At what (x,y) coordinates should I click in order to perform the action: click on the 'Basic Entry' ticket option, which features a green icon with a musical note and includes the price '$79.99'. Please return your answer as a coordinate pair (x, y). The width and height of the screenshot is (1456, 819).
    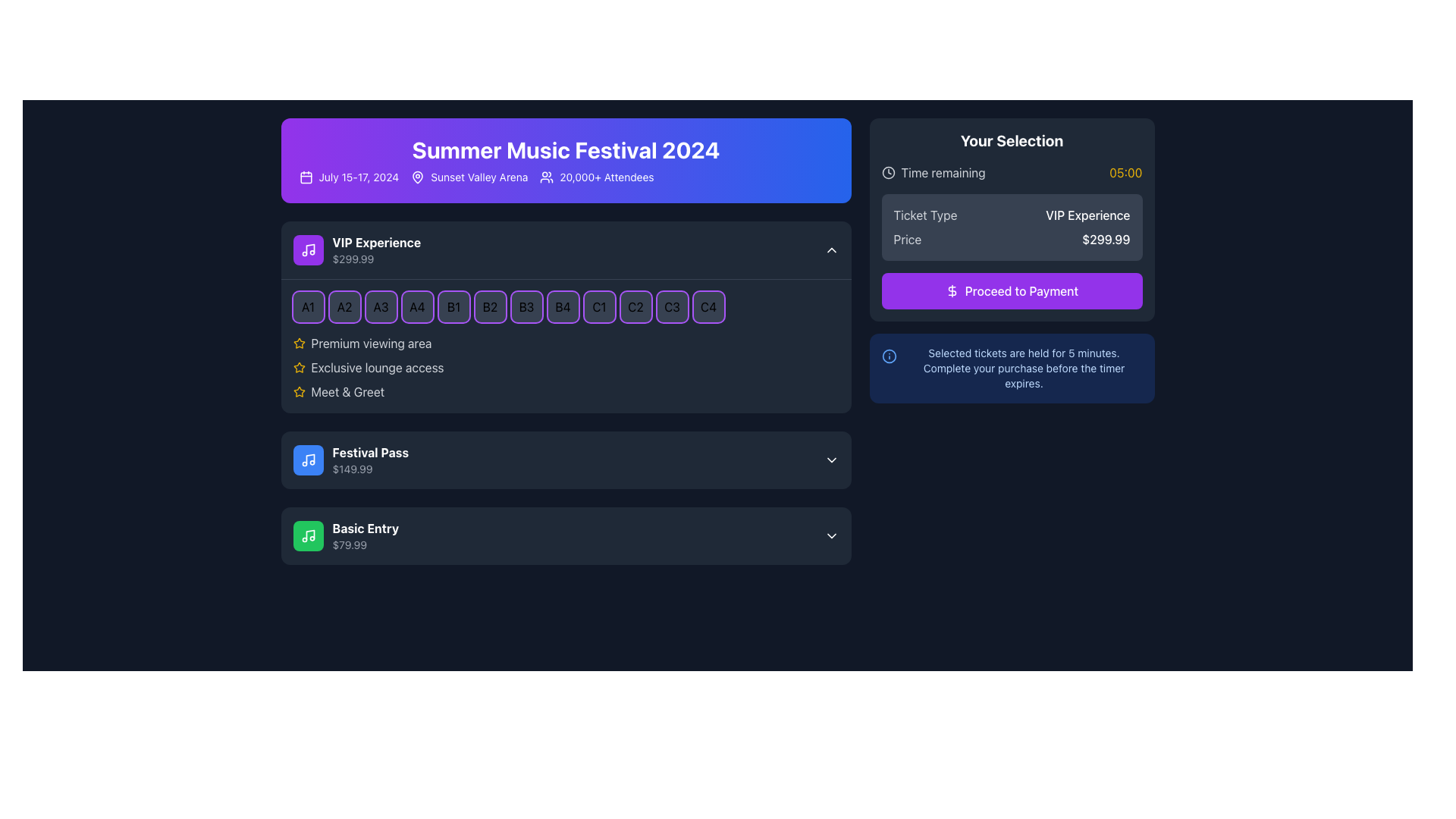
    Looking at the image, I should click on (345, 535).